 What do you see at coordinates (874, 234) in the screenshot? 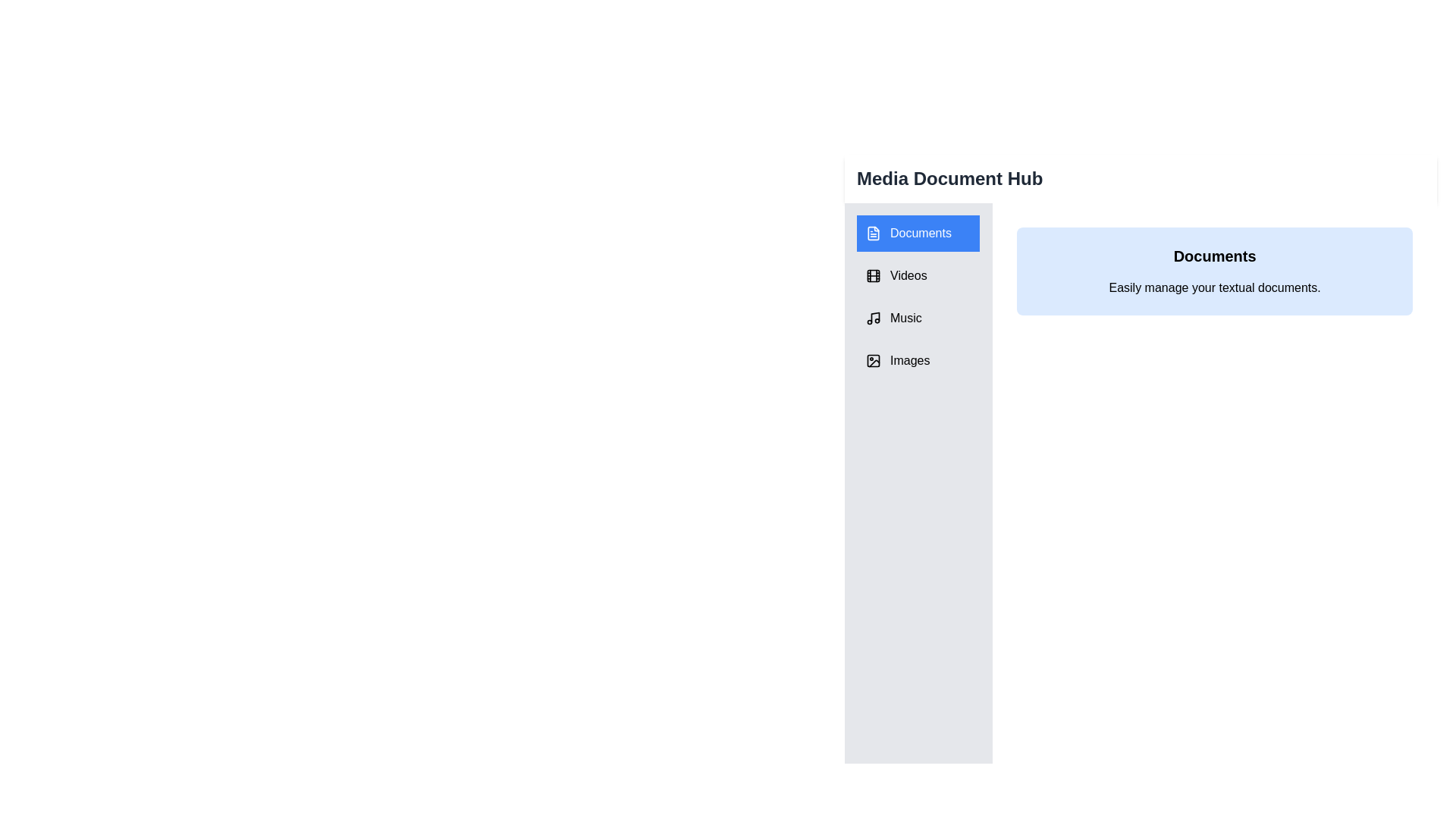
I see `the icon associated with the tab Documents` at bounding box center [874, 234].